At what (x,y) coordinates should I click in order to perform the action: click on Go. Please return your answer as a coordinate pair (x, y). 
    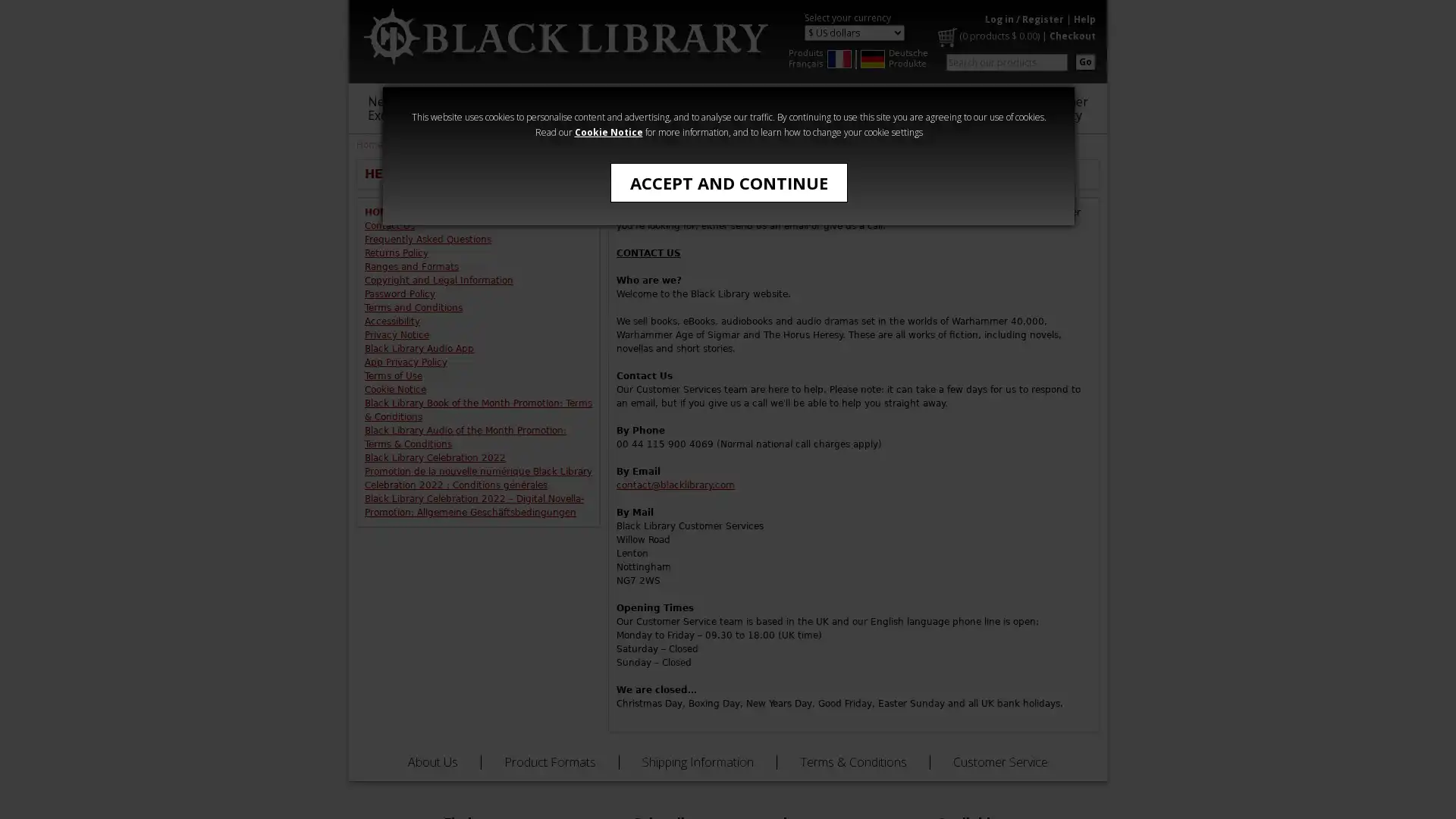
    Looking at the image, I should click on (1084, 61).